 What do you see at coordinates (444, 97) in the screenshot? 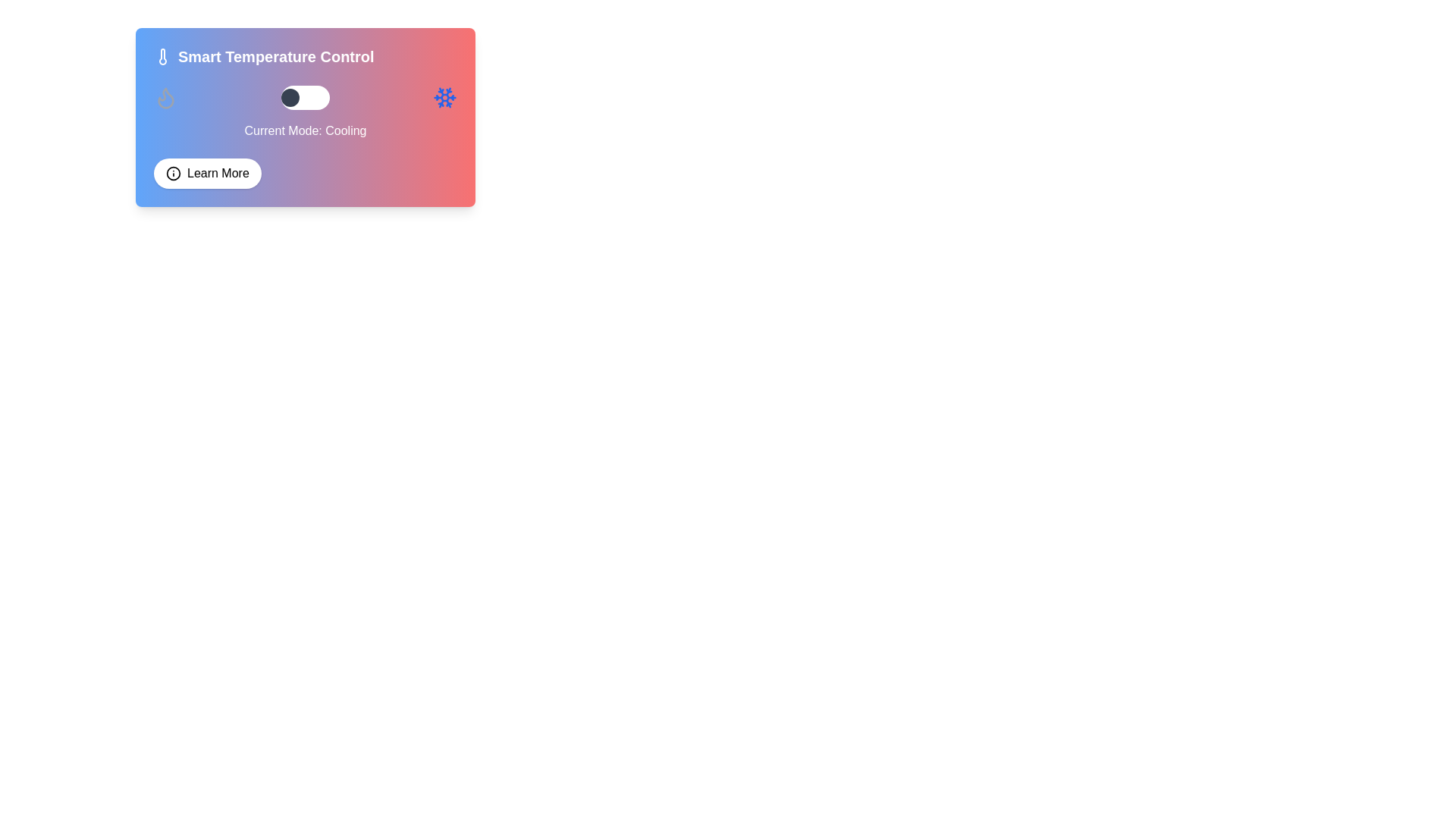
I see `the blue snowflake icon located in the rightmost section of the gradient background panel within the 'Smart Temperature Control' card` at bounding box center [444, 97].